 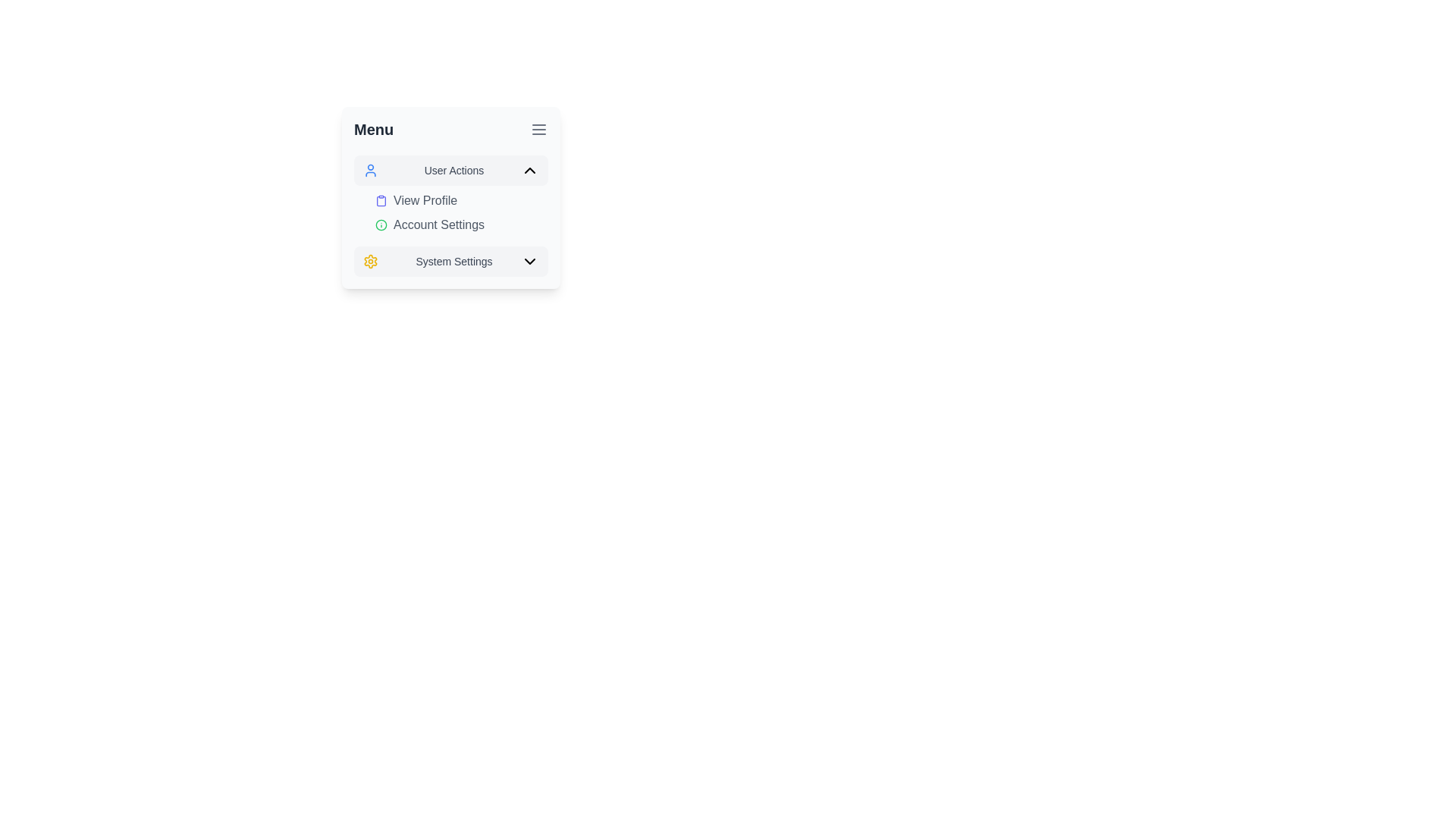 I want to click on the navigational button for 'Account Settings' located in the vertical menu, positioned below 'View Profile' and above 'System Settings', so click(x=461, y=225).